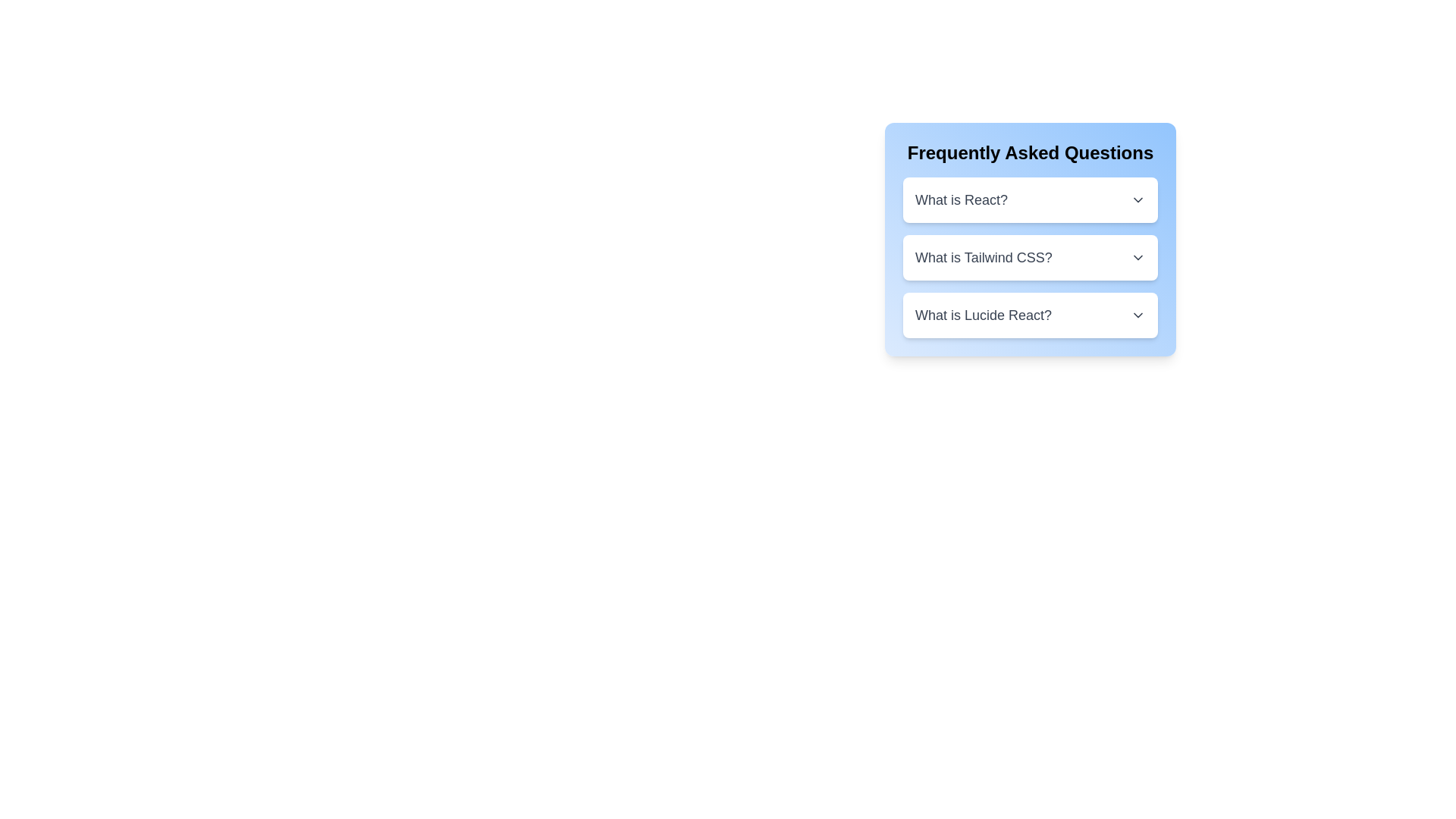 The width and height of the screenshot is (1456, 819). I want to click on the downward-facing chevron icon located to the right of the question text 'What is Tailwind CSS?', so click(1138, 256).